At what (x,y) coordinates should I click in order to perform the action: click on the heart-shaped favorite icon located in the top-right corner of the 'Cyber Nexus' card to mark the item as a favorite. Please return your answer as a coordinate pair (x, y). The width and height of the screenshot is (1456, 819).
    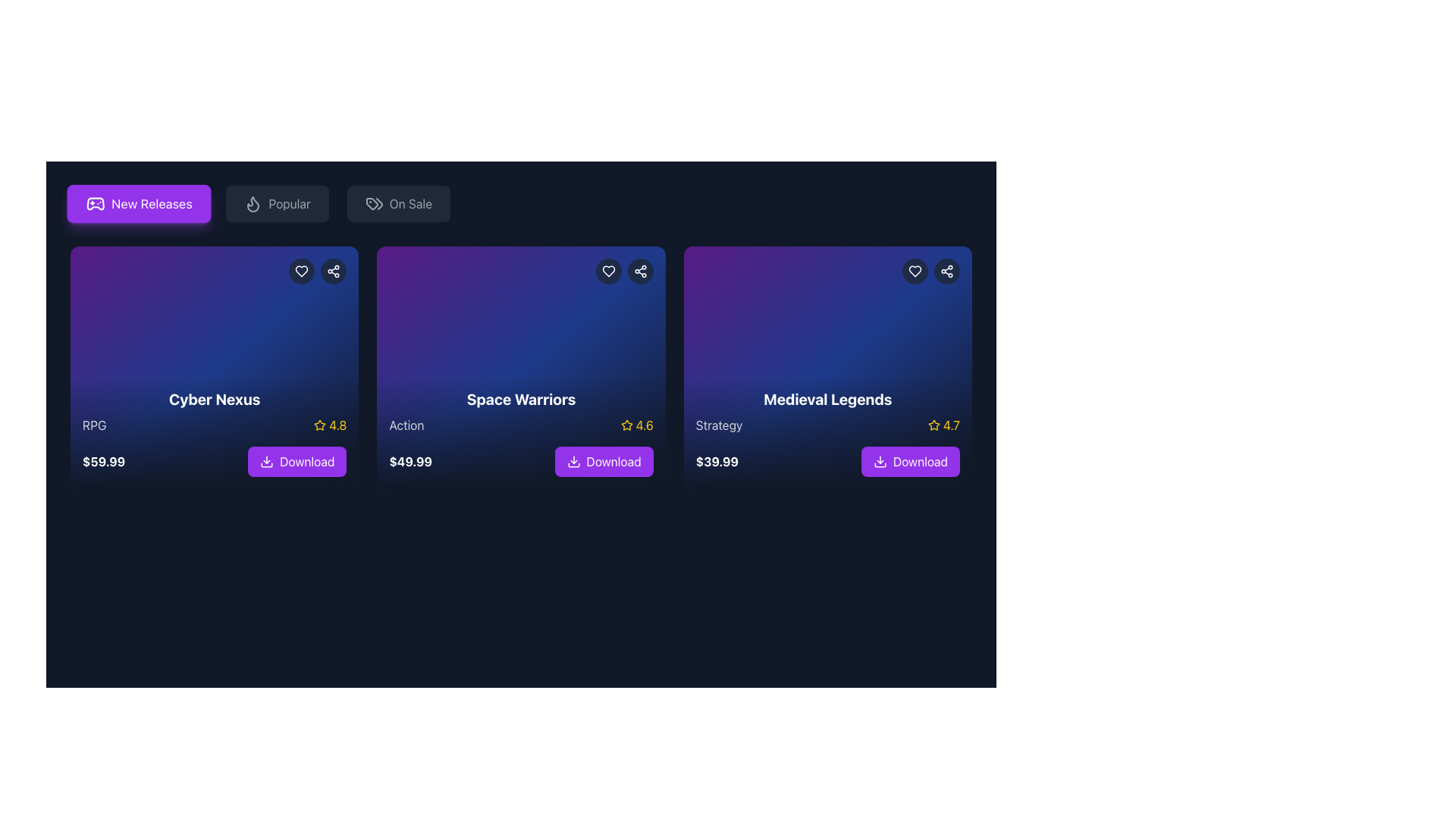
    Looking at the image, I should click on (302, 271).